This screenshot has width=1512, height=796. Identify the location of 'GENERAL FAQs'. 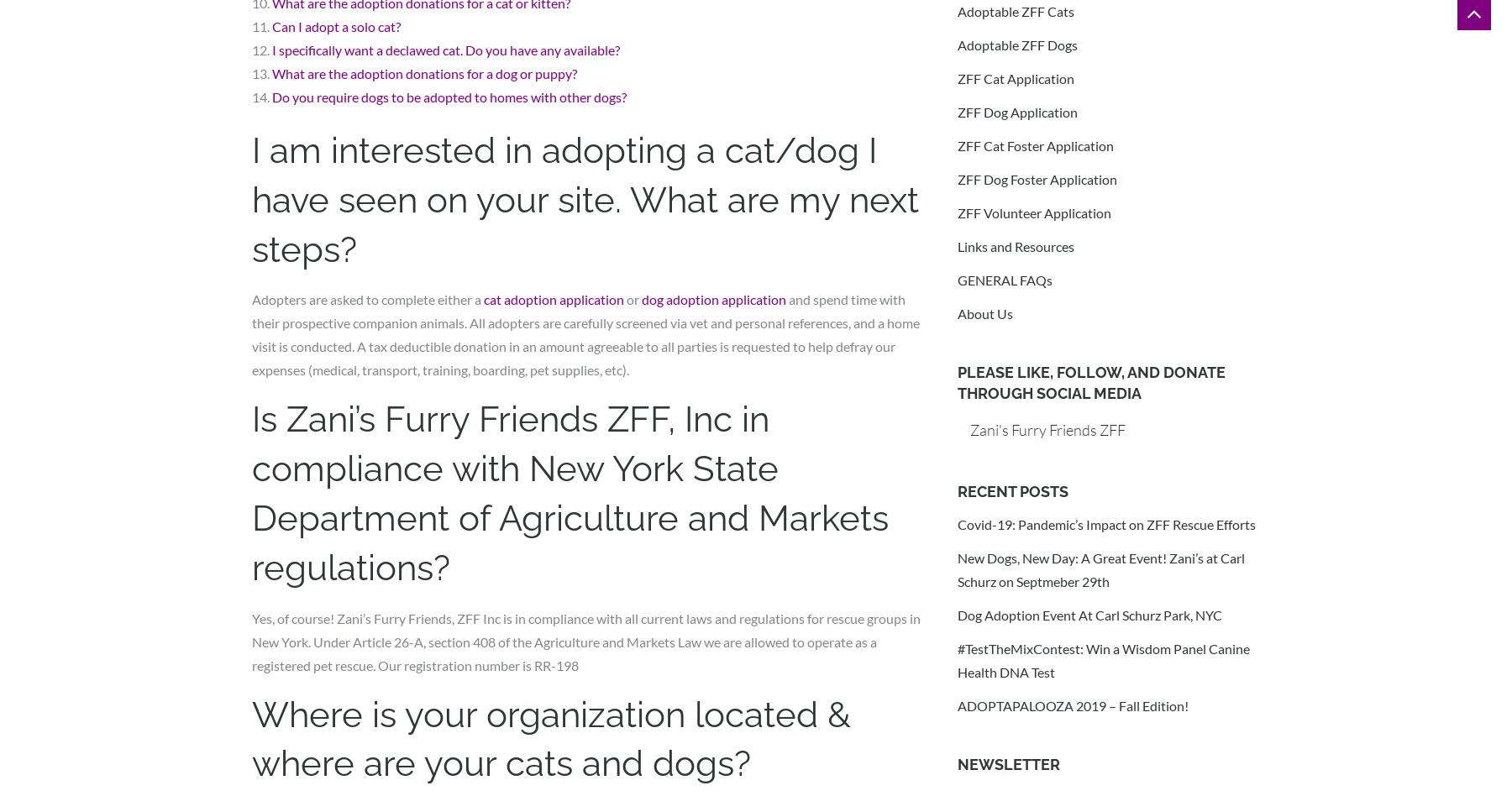
(1004, 280).